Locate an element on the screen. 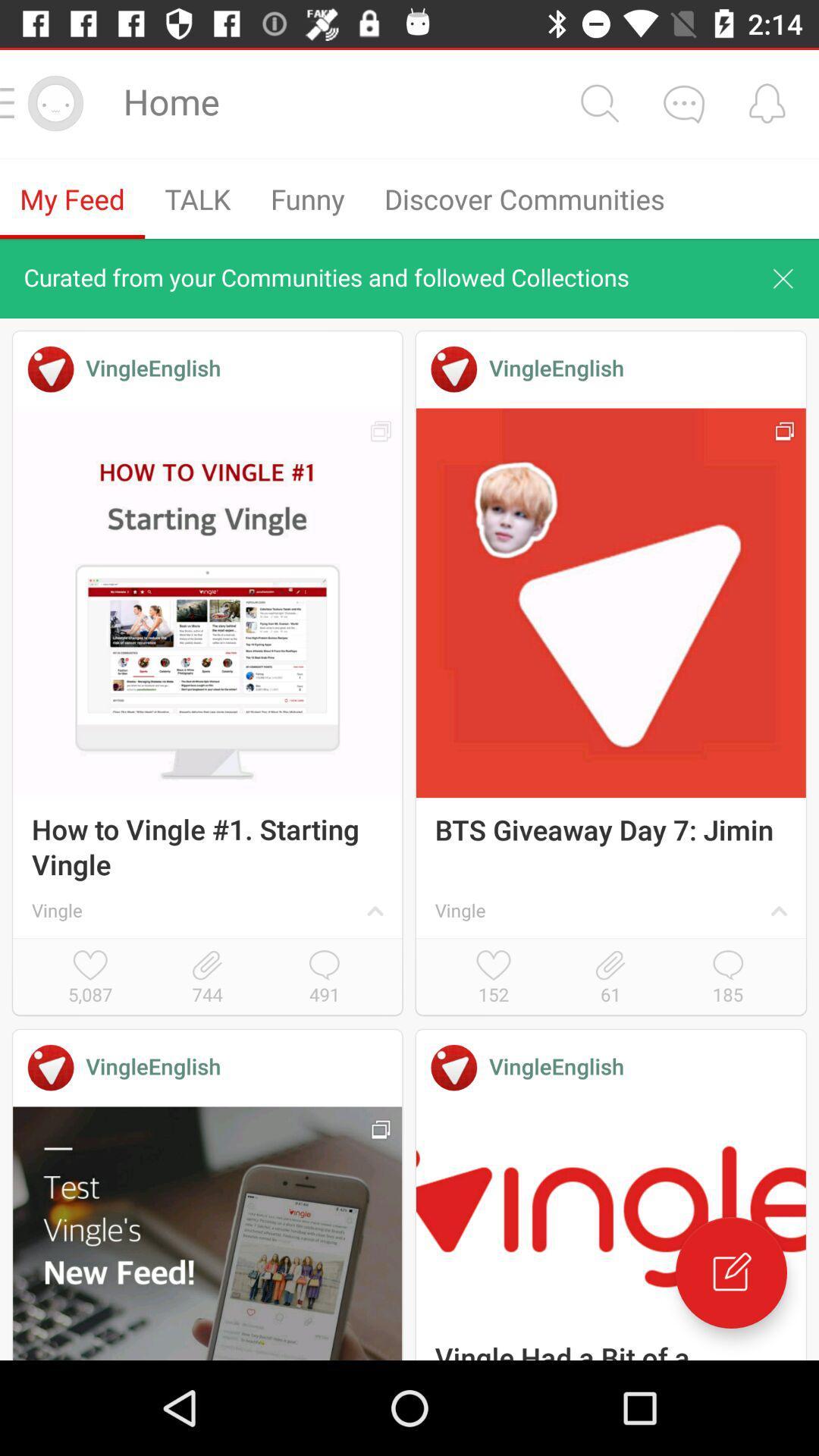 Image resolution: width=819 pixels, height=1456 pixels. item above vingleenglish icon is located at coordinates (207, 978).